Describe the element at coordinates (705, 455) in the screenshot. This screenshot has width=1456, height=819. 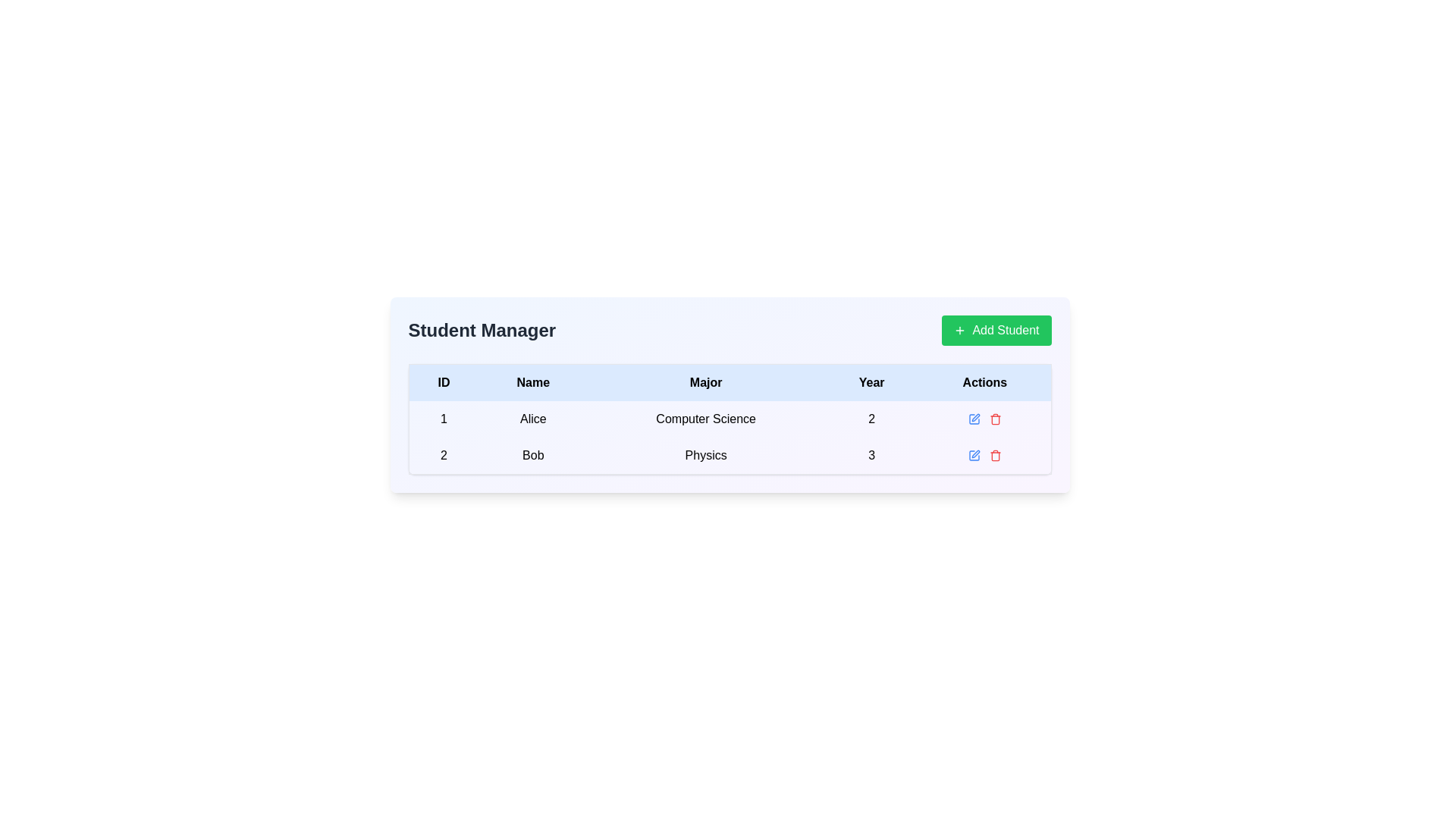
I see `the 'Physics' text label in the 'Major' column of the second row for student 'Bob', which is the third cell in this row` at that location.